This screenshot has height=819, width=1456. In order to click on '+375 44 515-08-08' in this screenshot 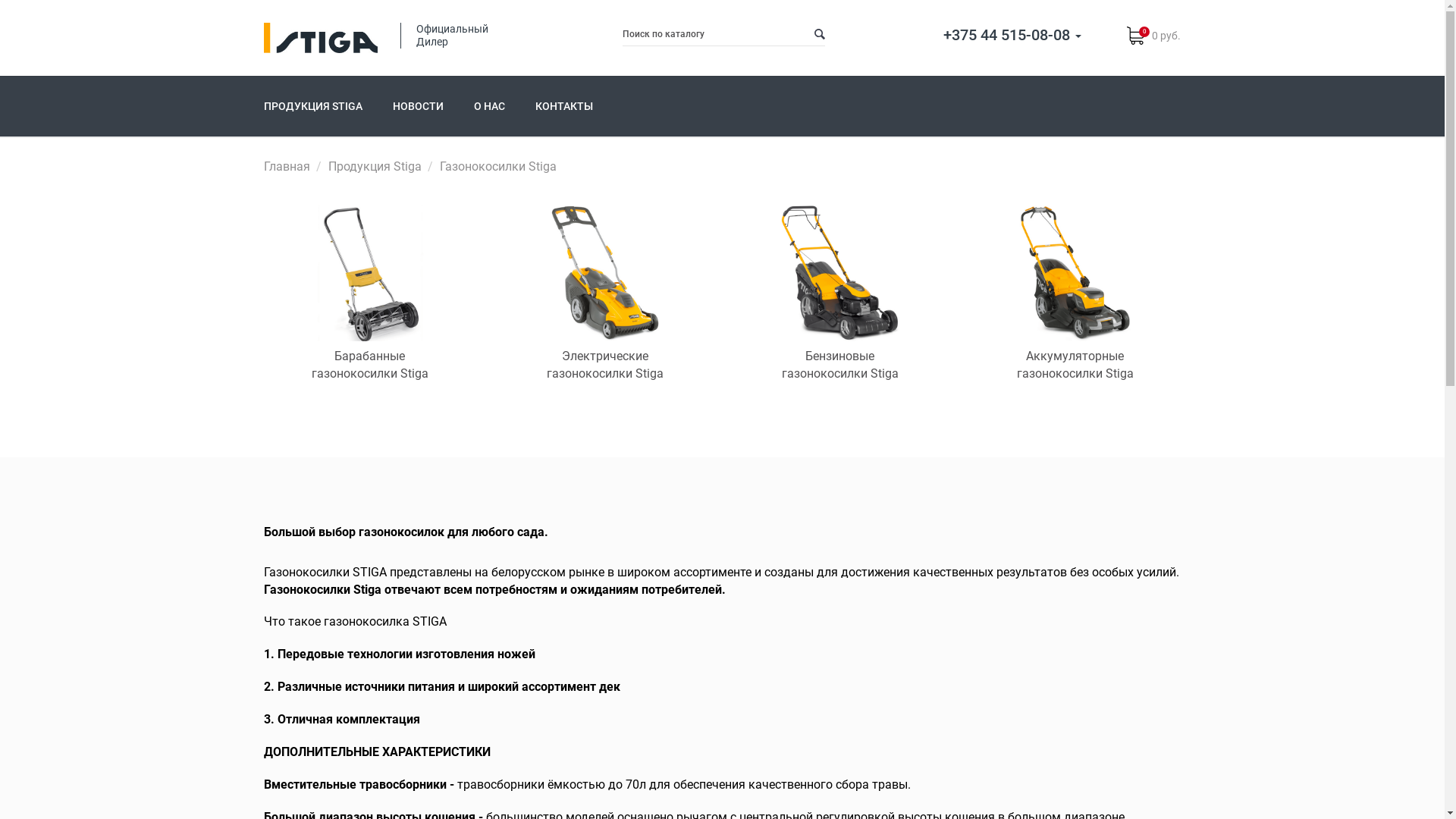, I will do `click(1012, 34)`.